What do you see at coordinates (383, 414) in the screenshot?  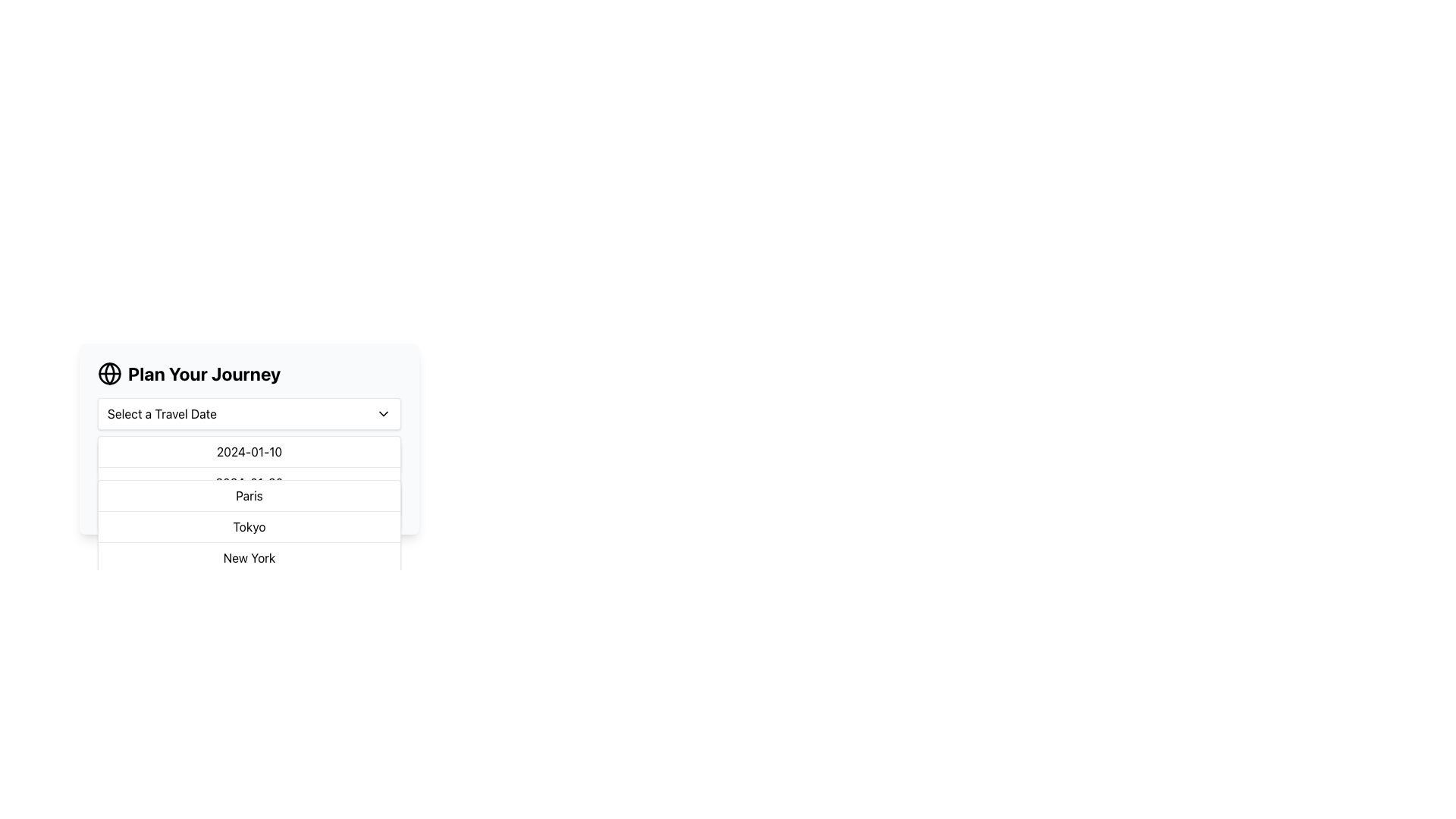 I see `the downward-pointing chevron icon located to the right side of the 'Select a Travel Date' text box` at bounding box center [383, 414].